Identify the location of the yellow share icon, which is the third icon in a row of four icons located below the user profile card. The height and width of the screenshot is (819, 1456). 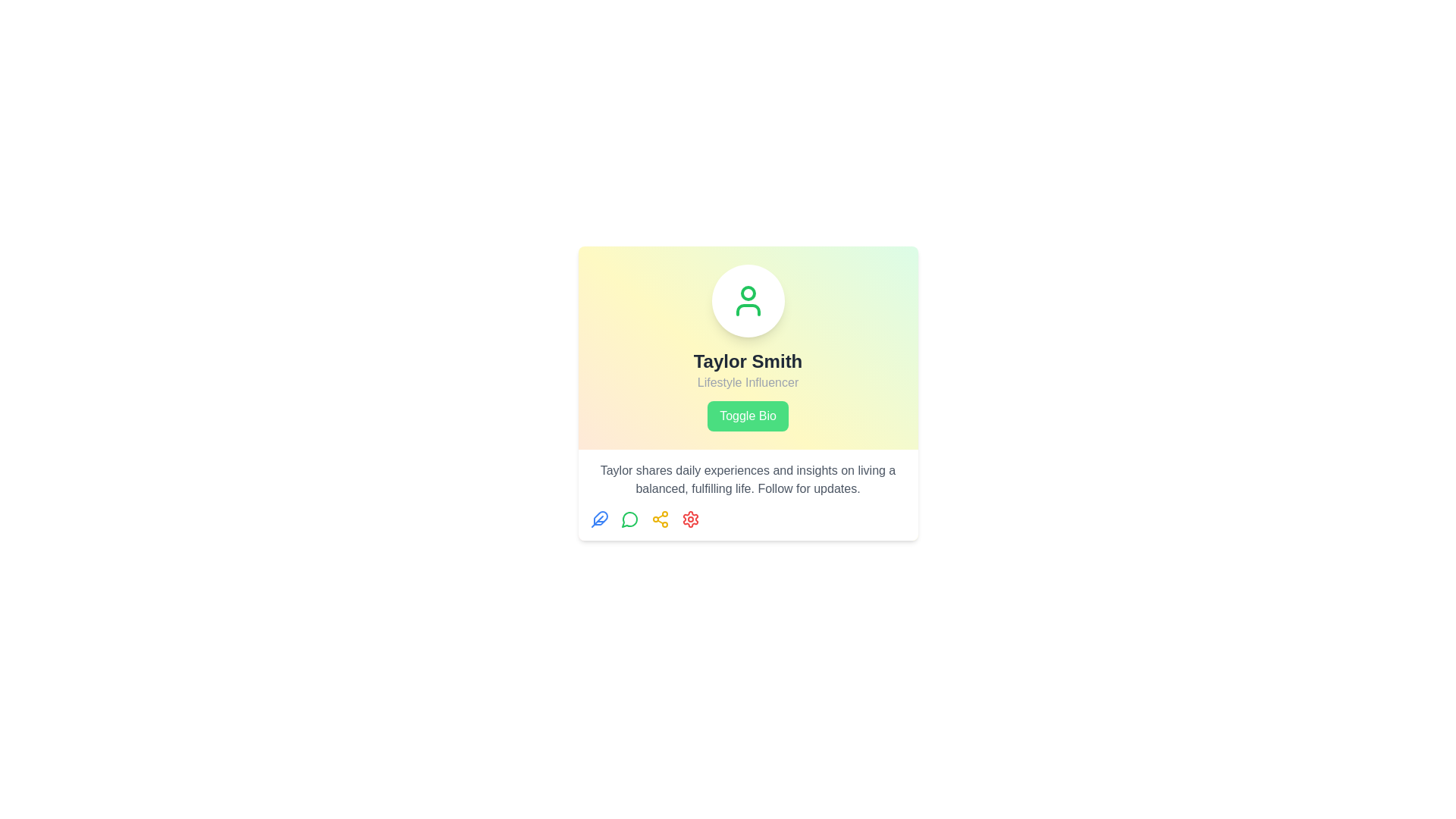
(660, 519).